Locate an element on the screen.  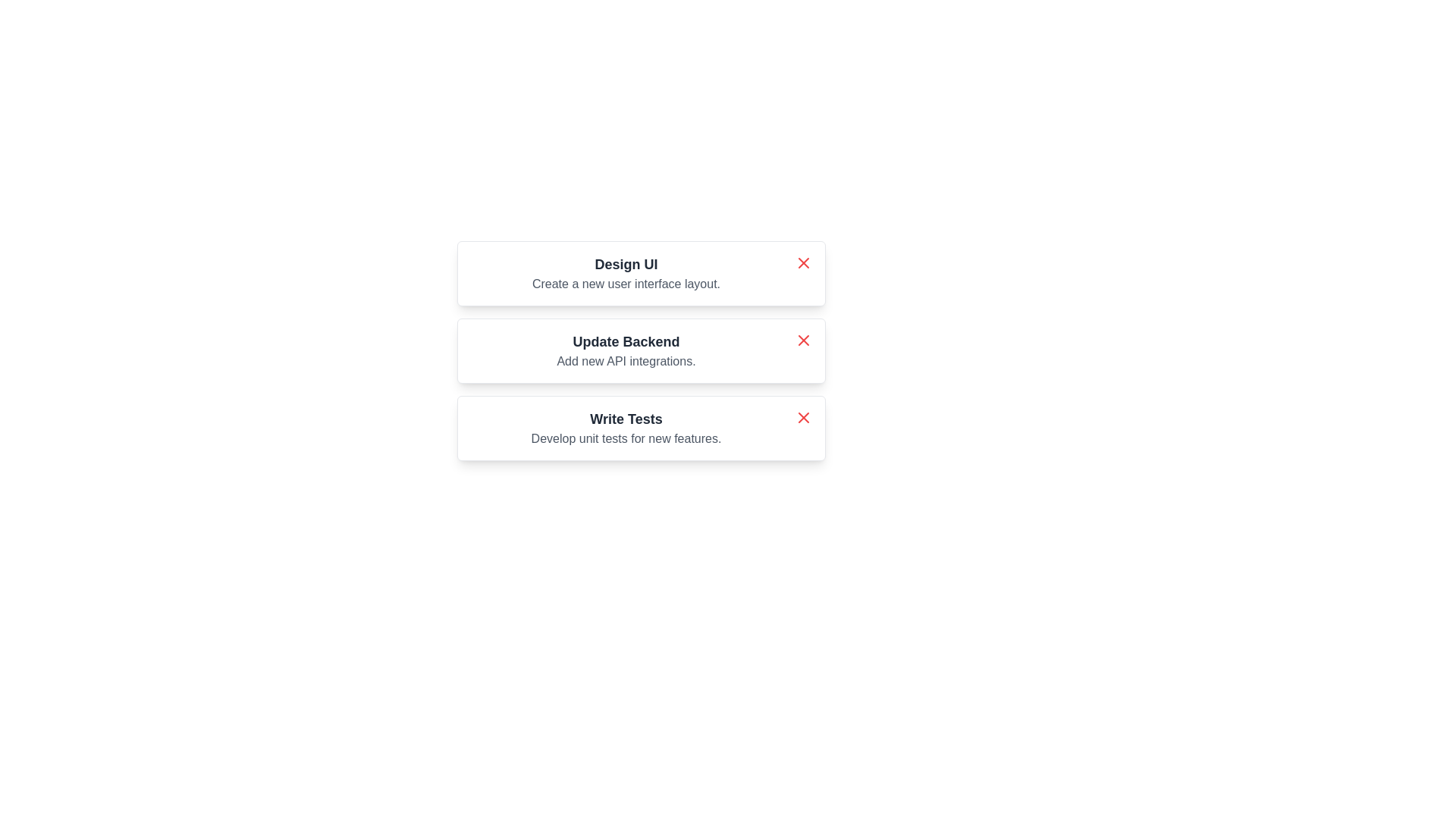
the static text block element displaying 'Design UI' and 'Create a new user interface layout' is located at coordinates (626, 274).